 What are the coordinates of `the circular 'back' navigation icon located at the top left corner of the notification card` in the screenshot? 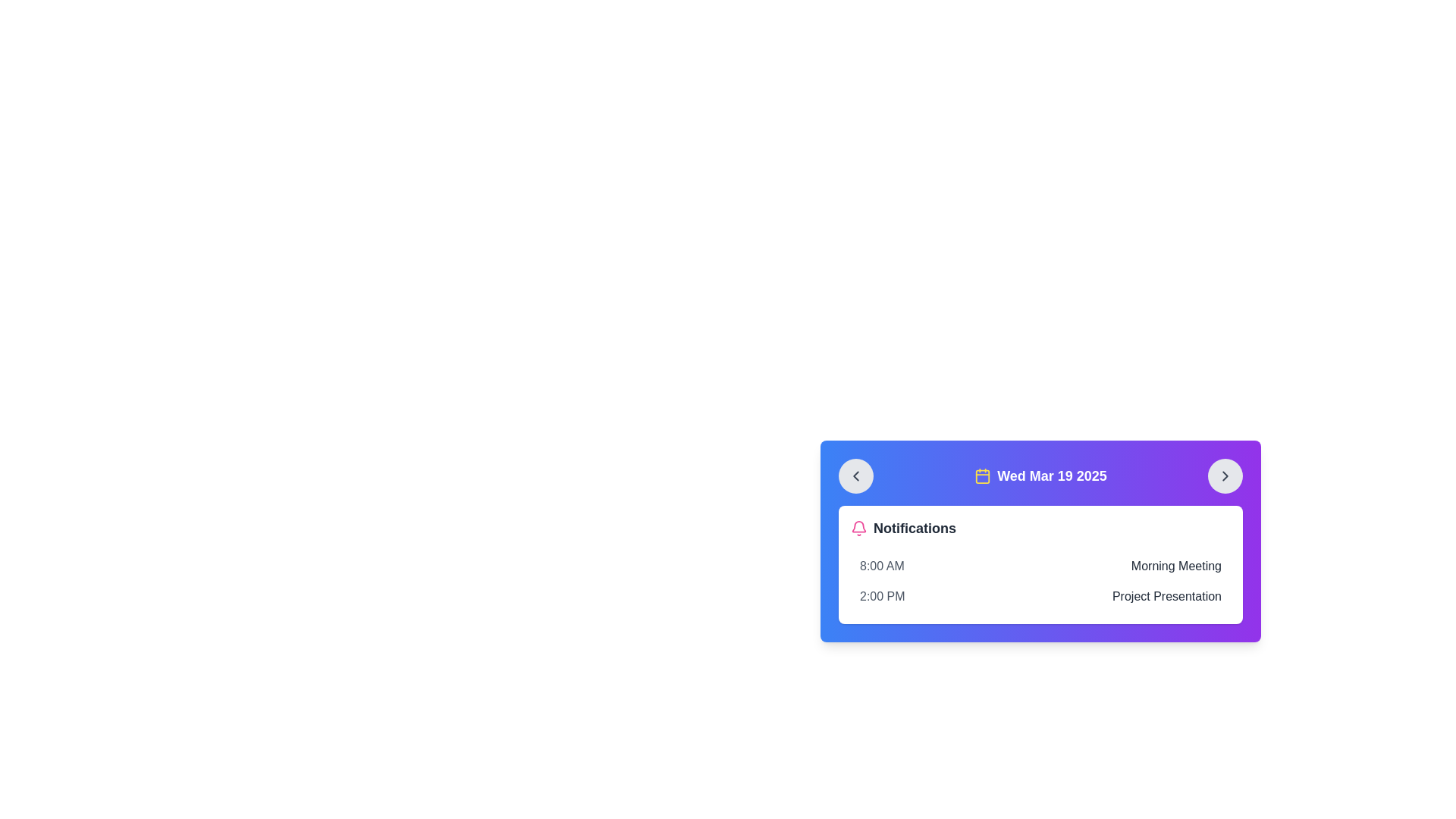 It's located at (855, 475).